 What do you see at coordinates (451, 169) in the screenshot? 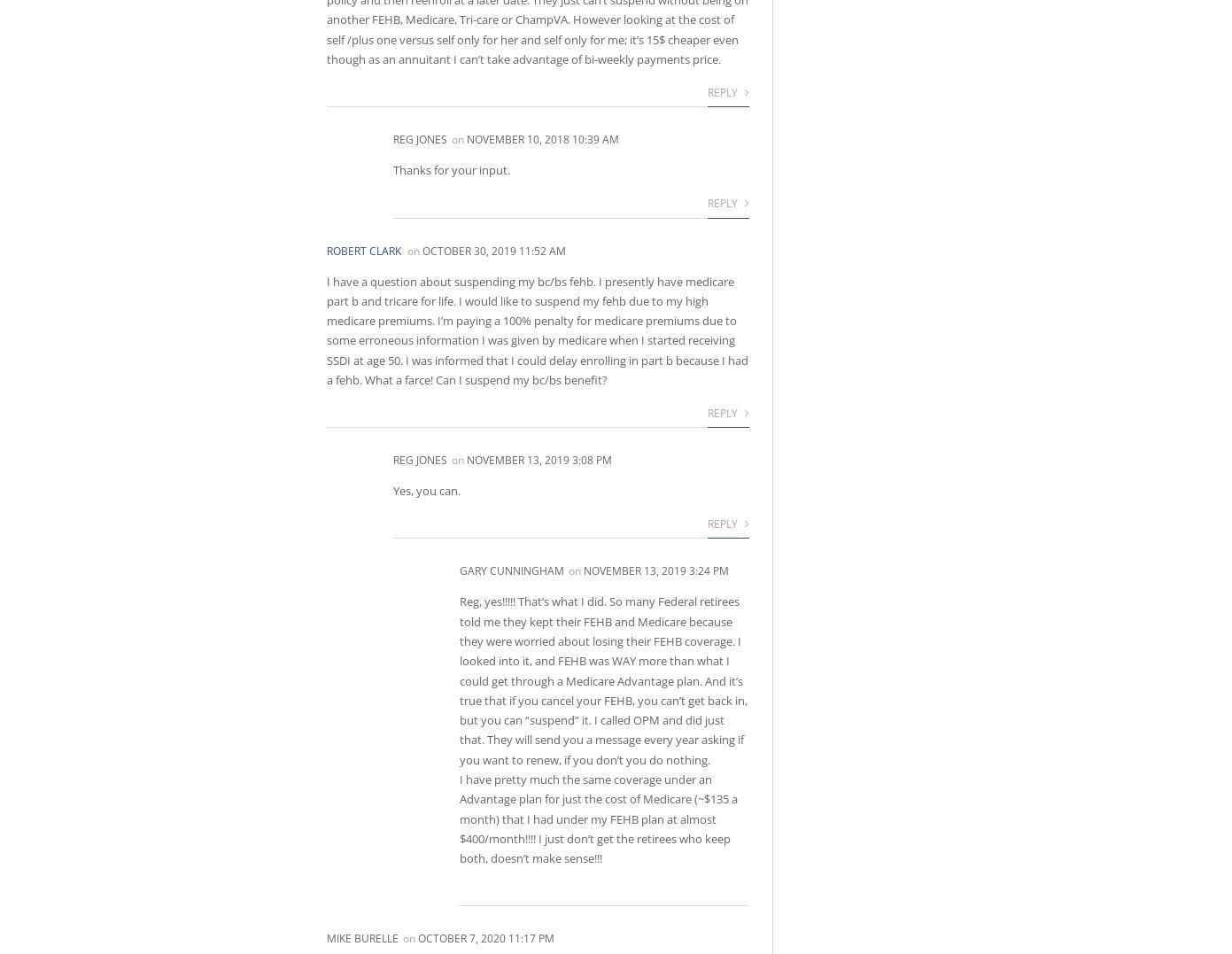
I see `'Thanks for your input.'` at bounding box center [451, 169].